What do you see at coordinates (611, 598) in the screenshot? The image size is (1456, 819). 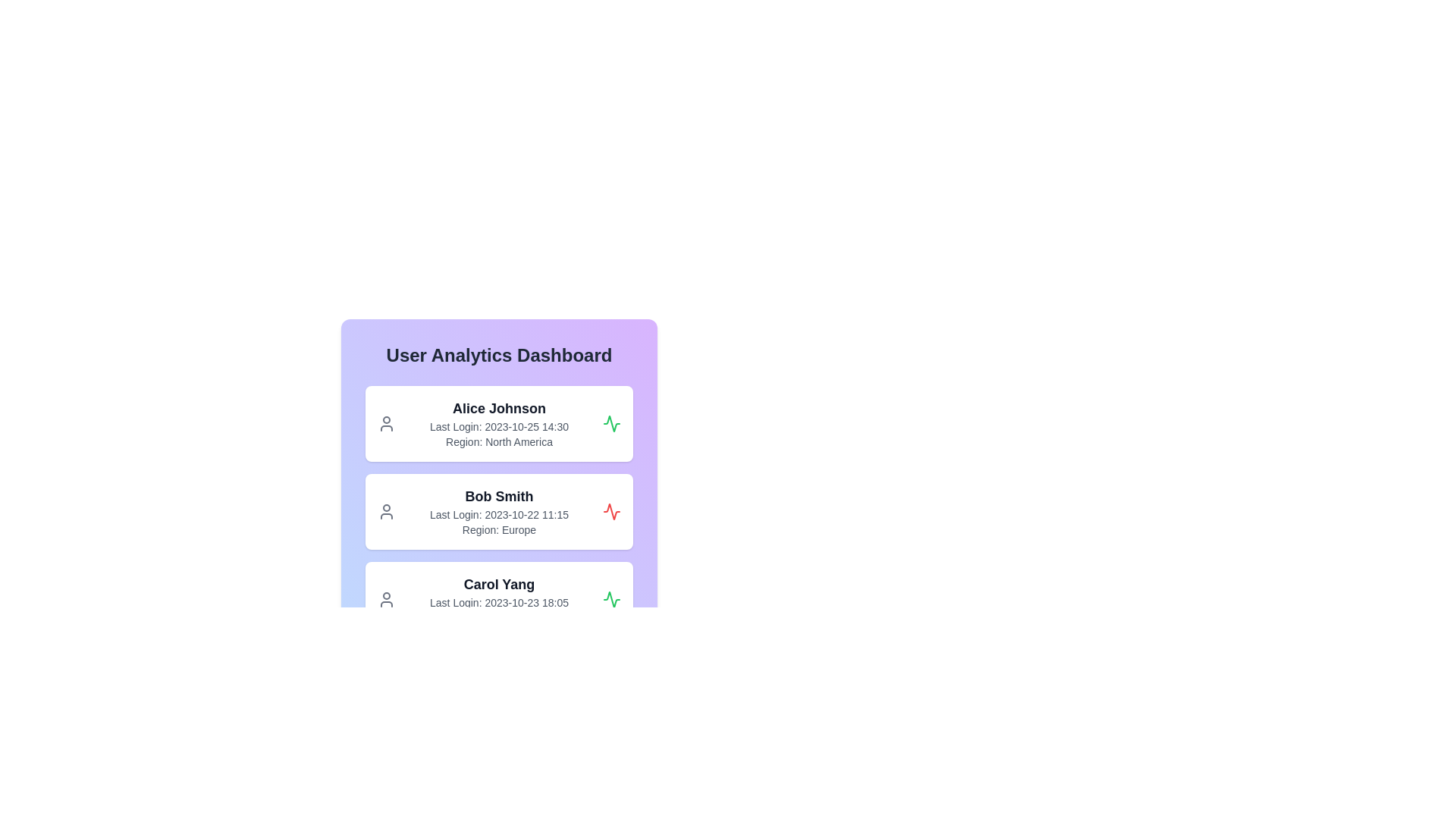 I see `the status indicator icon located at the far right of the user information section` at bounding box center [611, 598].